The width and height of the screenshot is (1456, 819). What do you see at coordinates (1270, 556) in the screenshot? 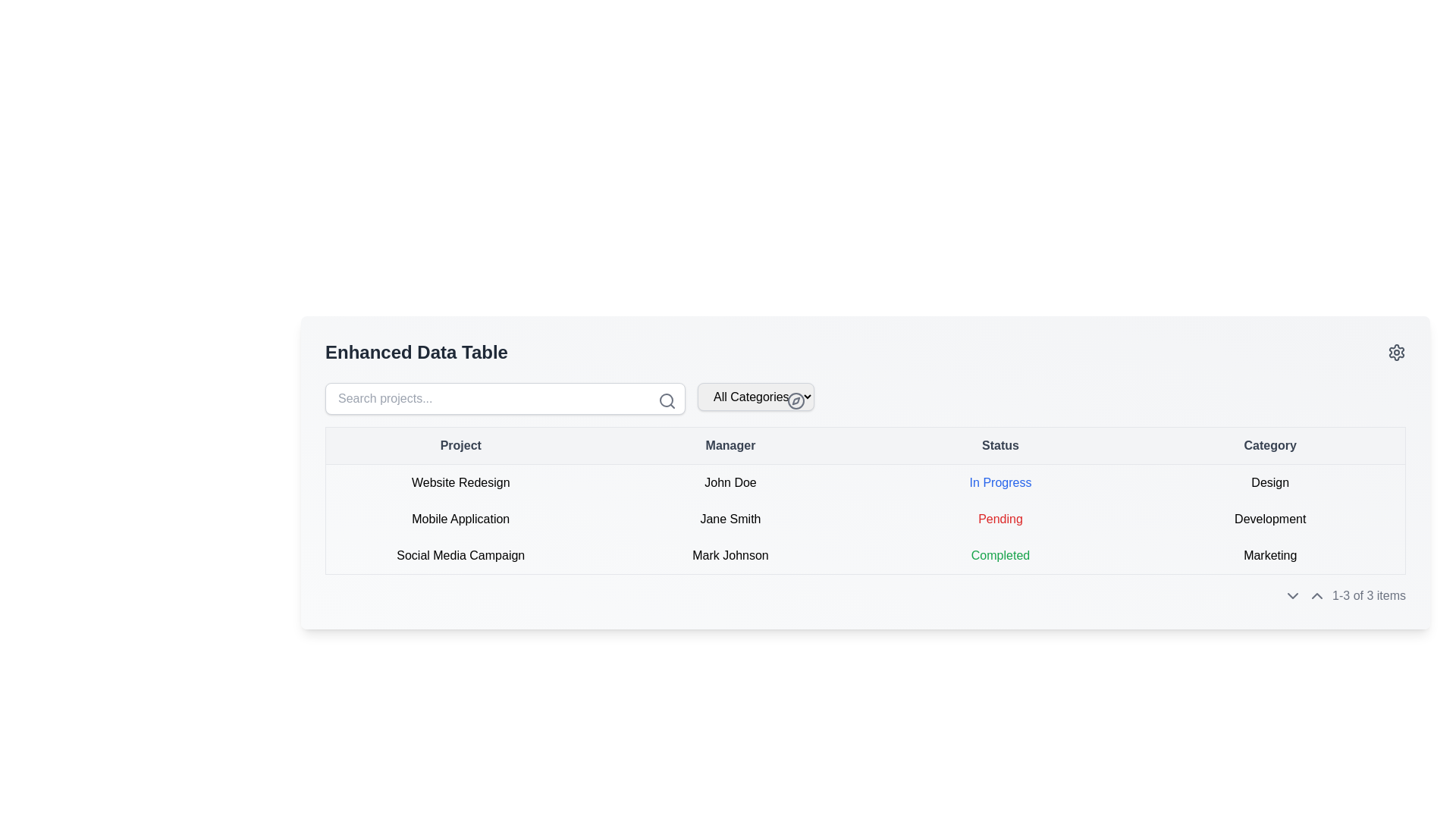
I see `the static text label that identifies the category of the corresponding project listed in the Enhanced Data Table, specifically the last column for the 'Social Media Campaign' row` at bounding box center [1270, 556].